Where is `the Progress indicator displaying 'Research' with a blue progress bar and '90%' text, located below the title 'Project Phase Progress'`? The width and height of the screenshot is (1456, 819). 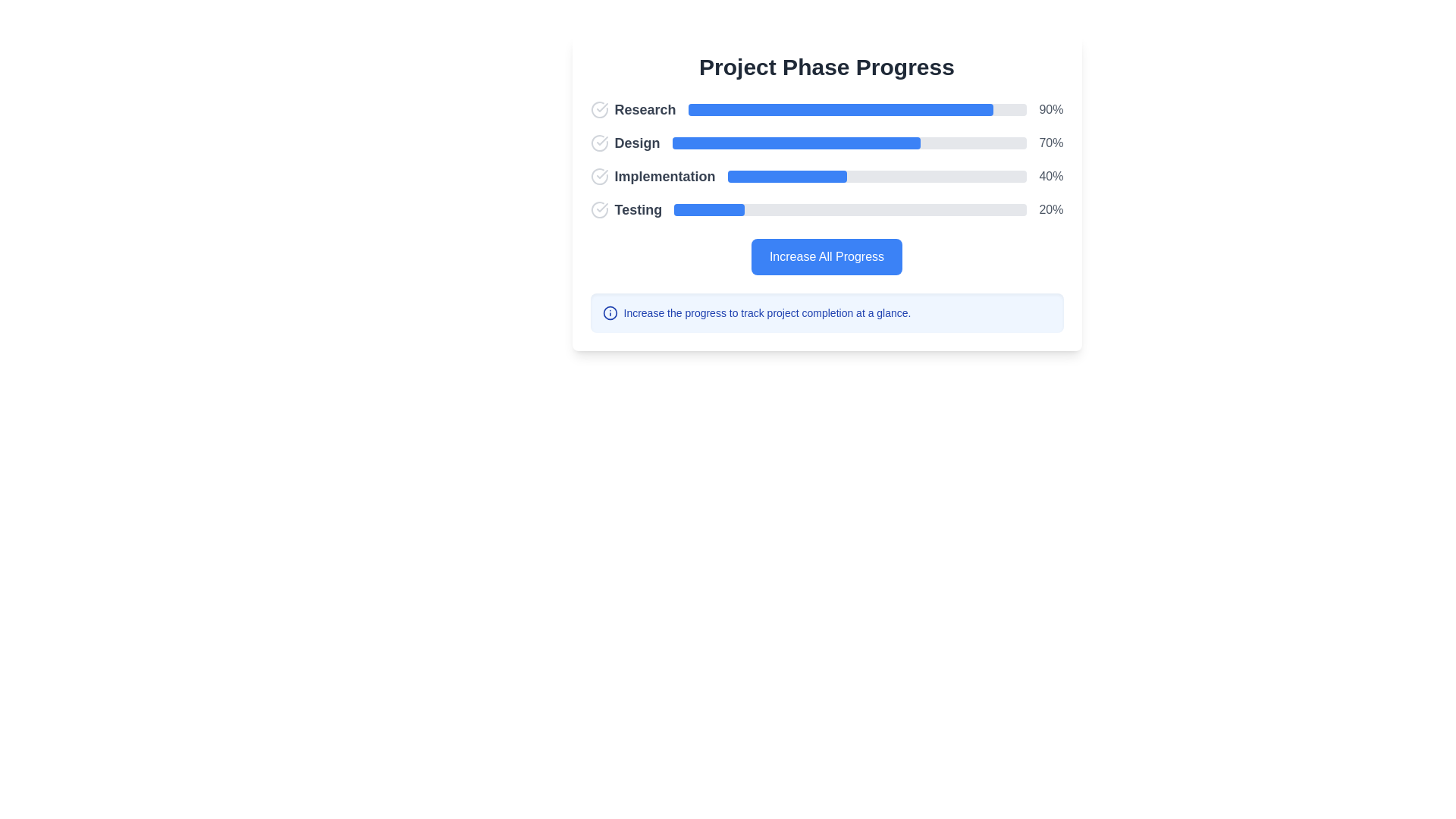 the Progress indicator displaying 'Research' with a blue progress bar and '90%' text, located below the title 'Project Phase Progress' is located at coordinates (826, 109).